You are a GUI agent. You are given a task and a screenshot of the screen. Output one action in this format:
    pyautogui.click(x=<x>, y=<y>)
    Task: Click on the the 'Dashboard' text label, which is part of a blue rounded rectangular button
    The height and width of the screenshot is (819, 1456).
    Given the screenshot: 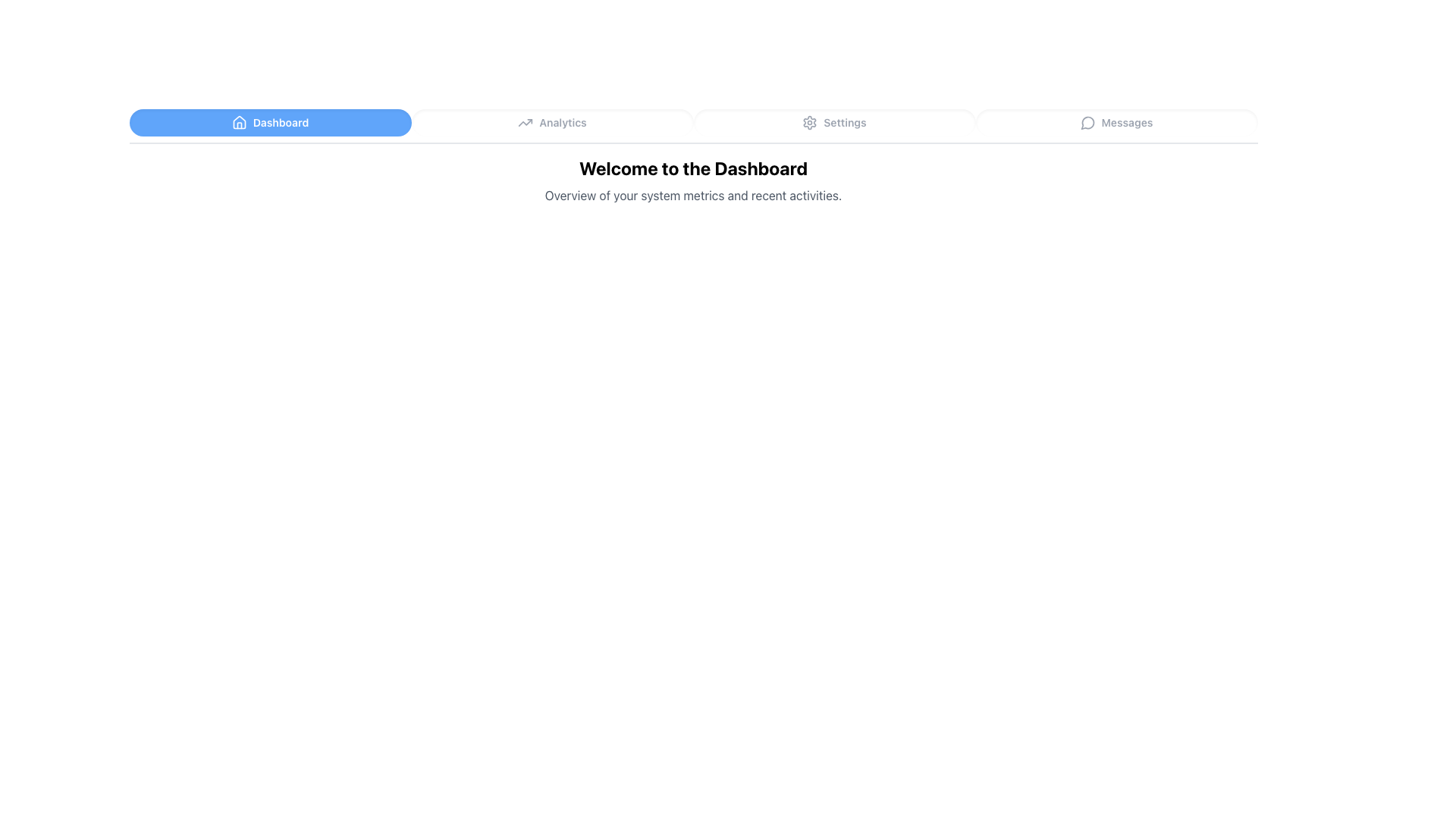 What is the action you would take?
    pyautogui.click(x=281, y=122)
    